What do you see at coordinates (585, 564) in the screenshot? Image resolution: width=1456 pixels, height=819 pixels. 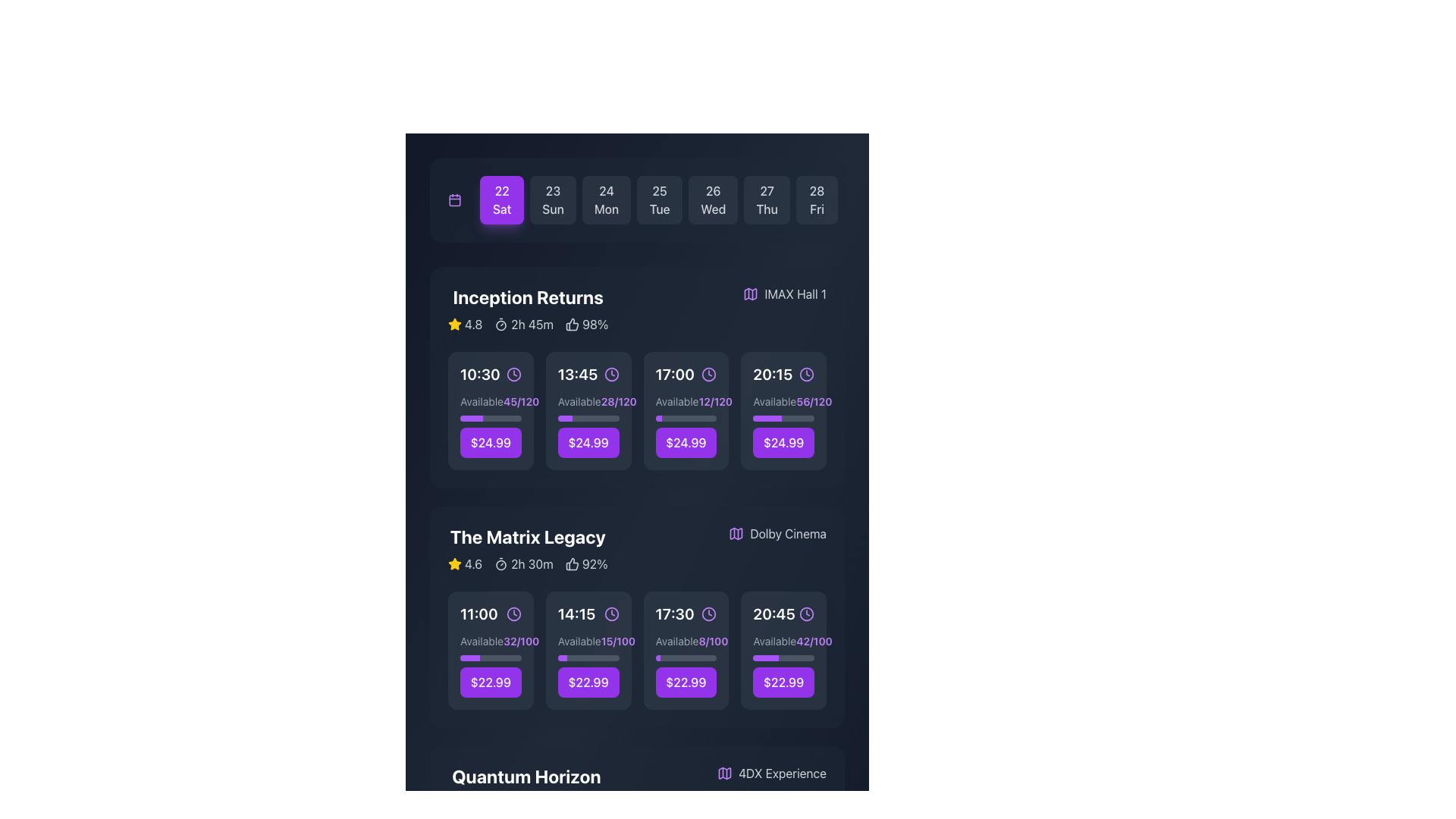 I see `the text label indicating a 92% user approval rating for 'The Matrix Legacy', located to the right of the runtime details in the schedule interface` at bounding box center [585, 564].